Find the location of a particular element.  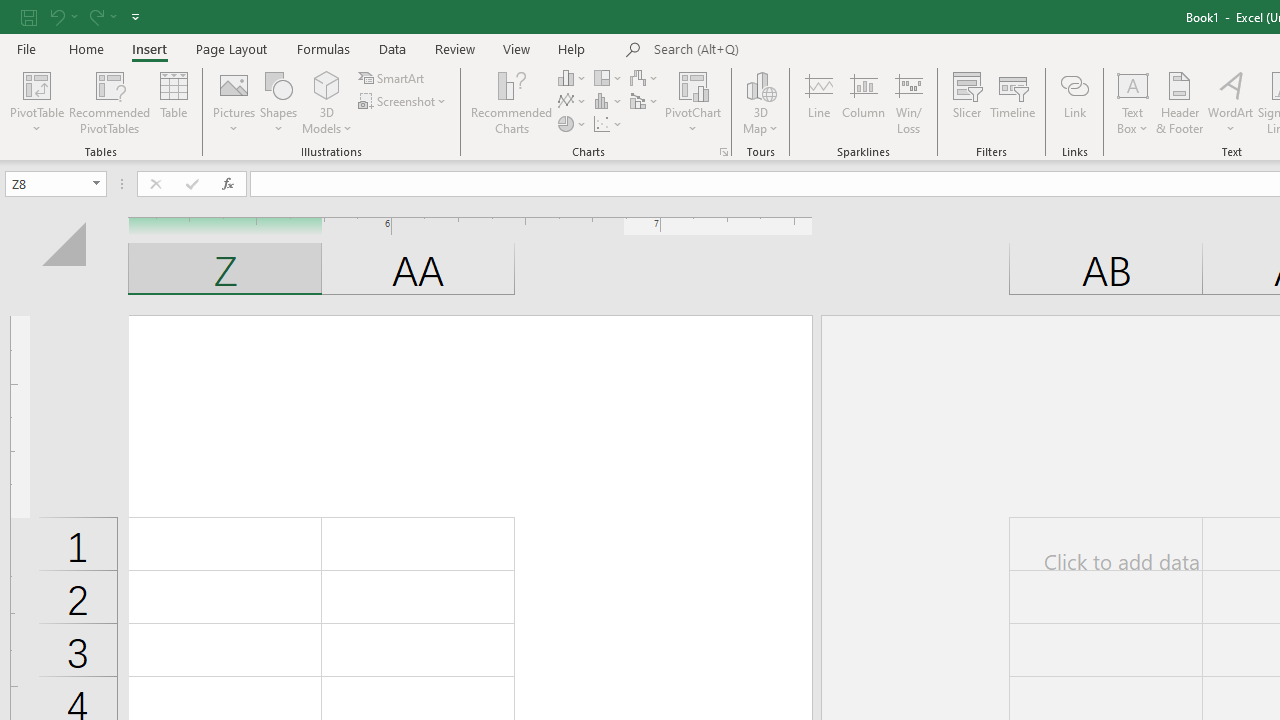

'Link' is located at coordinates (1073, 103).